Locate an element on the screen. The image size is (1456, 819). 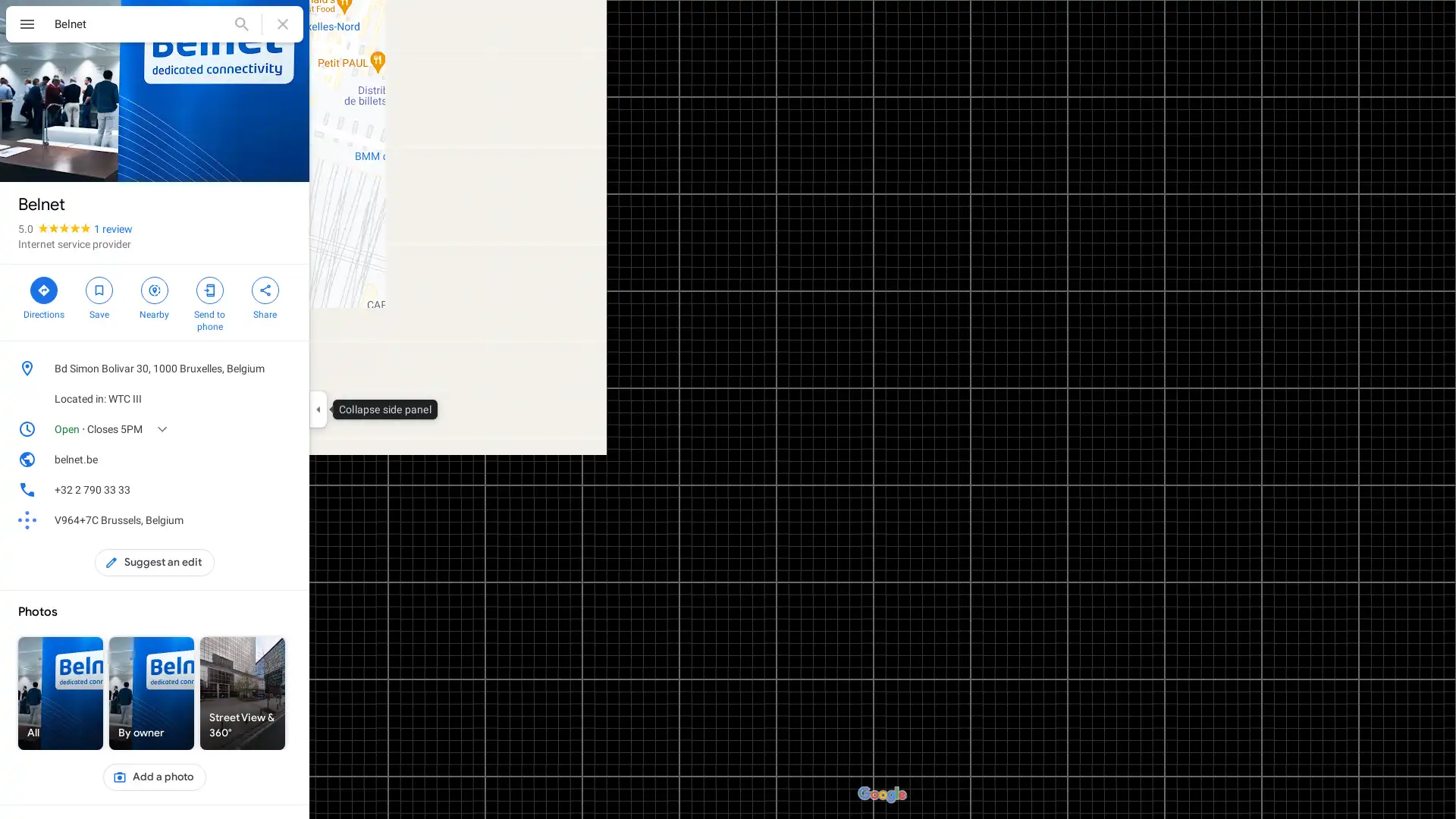
Learn more about plus codes is located at coordinates (284, 519).